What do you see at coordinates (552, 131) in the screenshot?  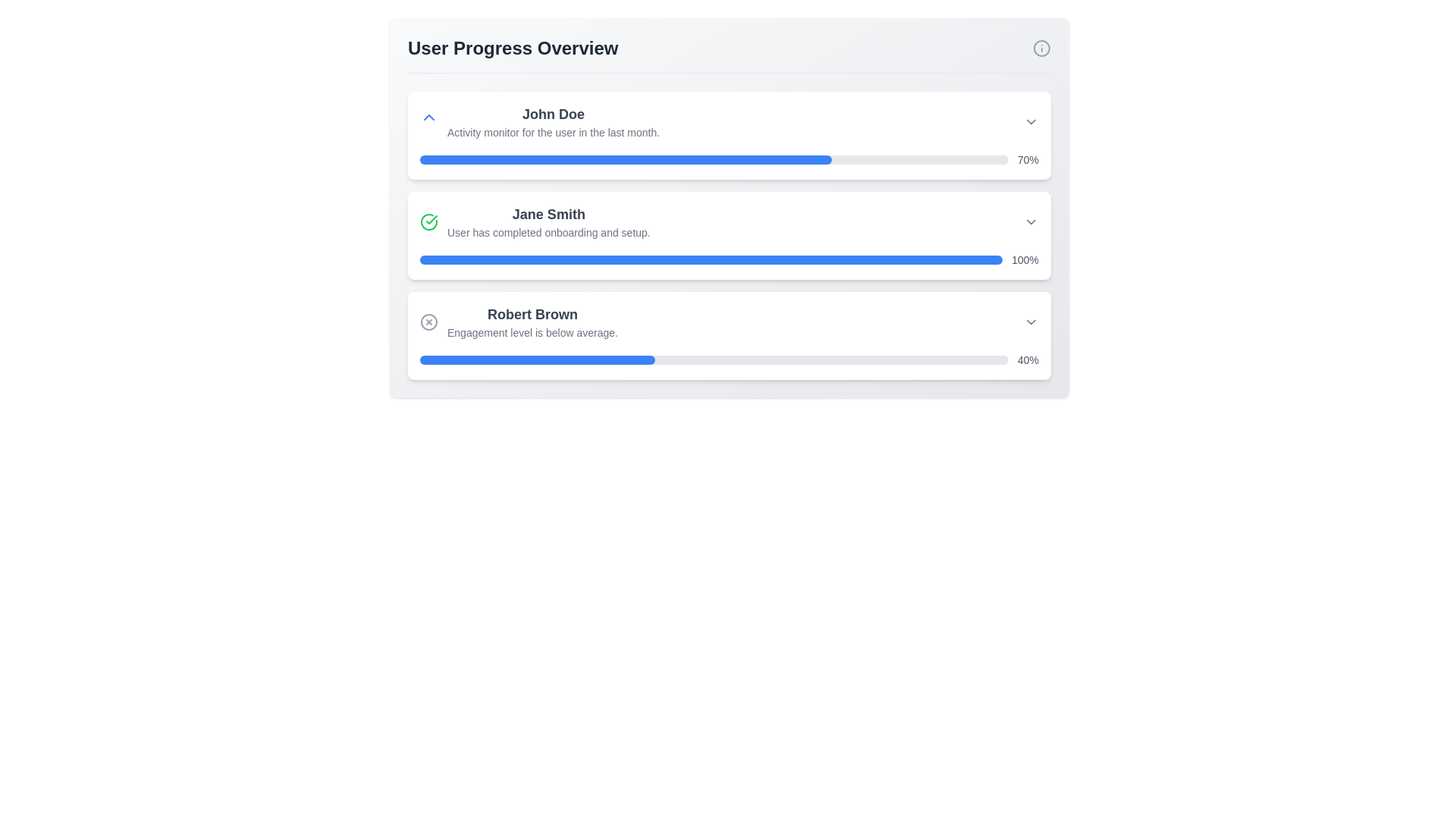 I see `the text label providing contextual information about the activity monitoring related to user 'John Doe', located below the bold text 'John Doe' in the user progress overview interface` at bounding box center [552, 131].